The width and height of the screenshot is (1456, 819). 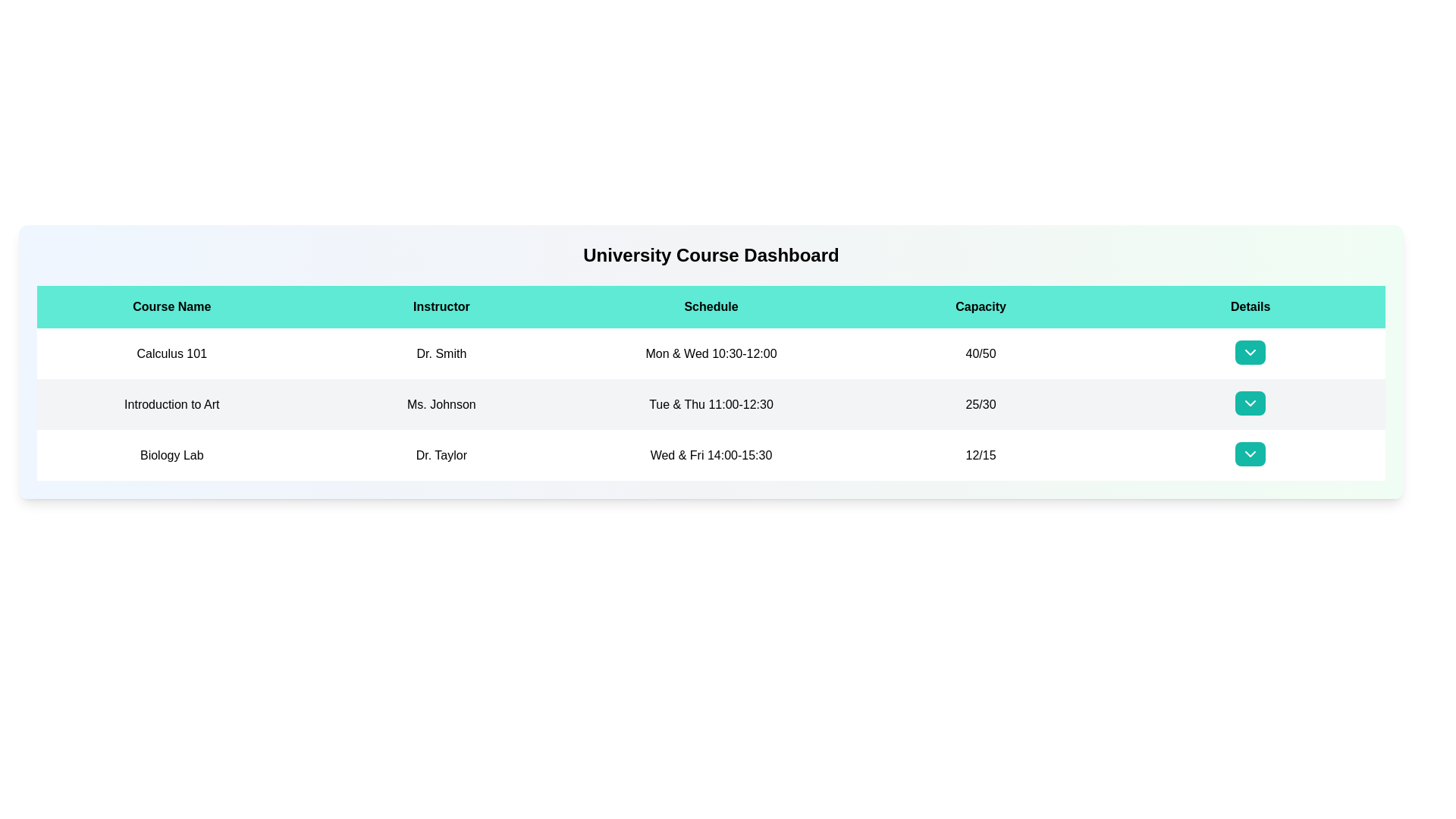 What do you see at coordinates (441, 307) in the screenshot?
I see `the 'Instructor' text label, which is the second item in the header row of a table, displayed in bold with a turquoise background` at bounding box center [441, 307].